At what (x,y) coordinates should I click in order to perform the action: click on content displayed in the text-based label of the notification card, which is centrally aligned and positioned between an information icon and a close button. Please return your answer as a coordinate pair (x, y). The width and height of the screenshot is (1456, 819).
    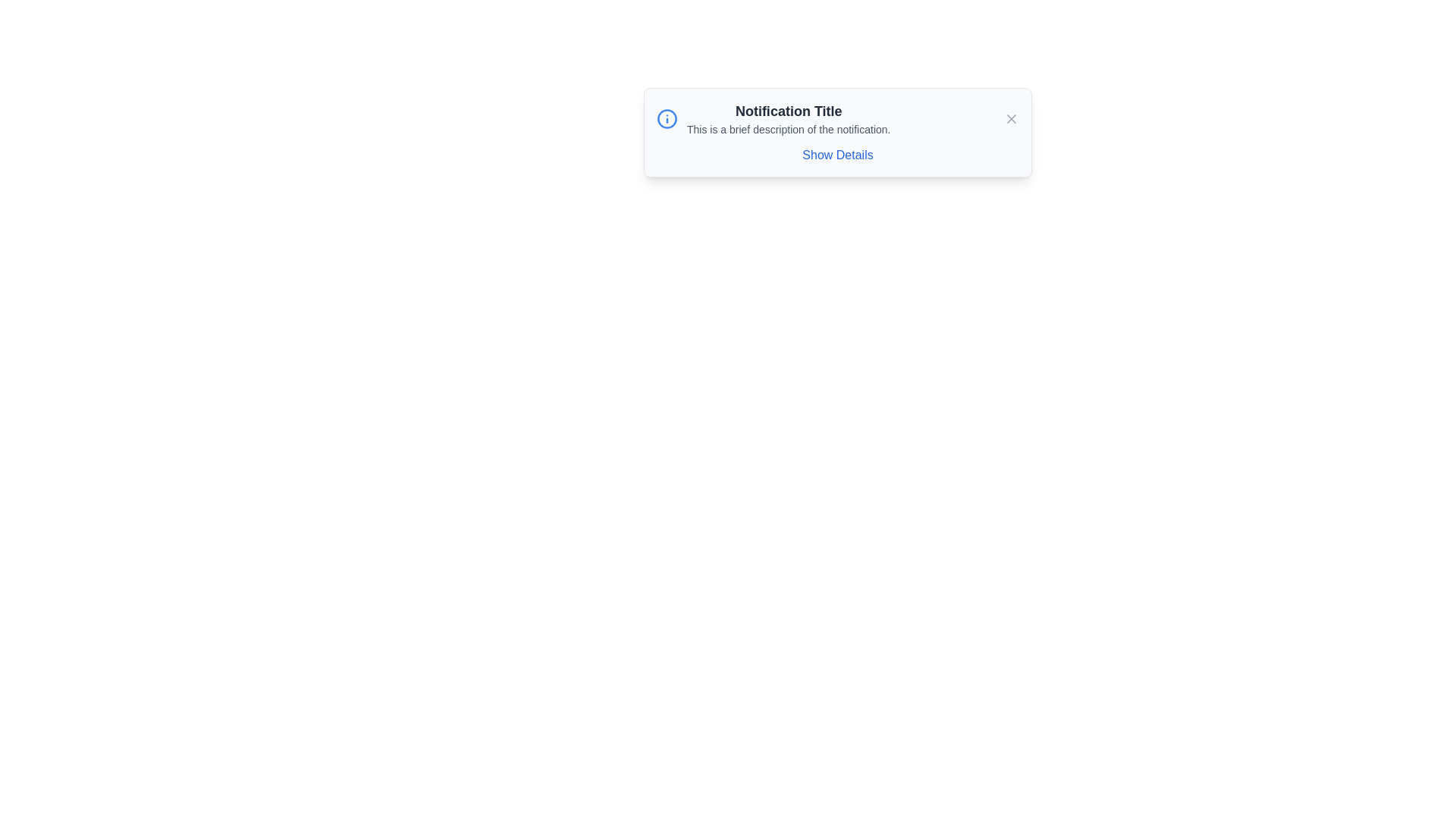
    Looking at the image, I should click on (789, 118).